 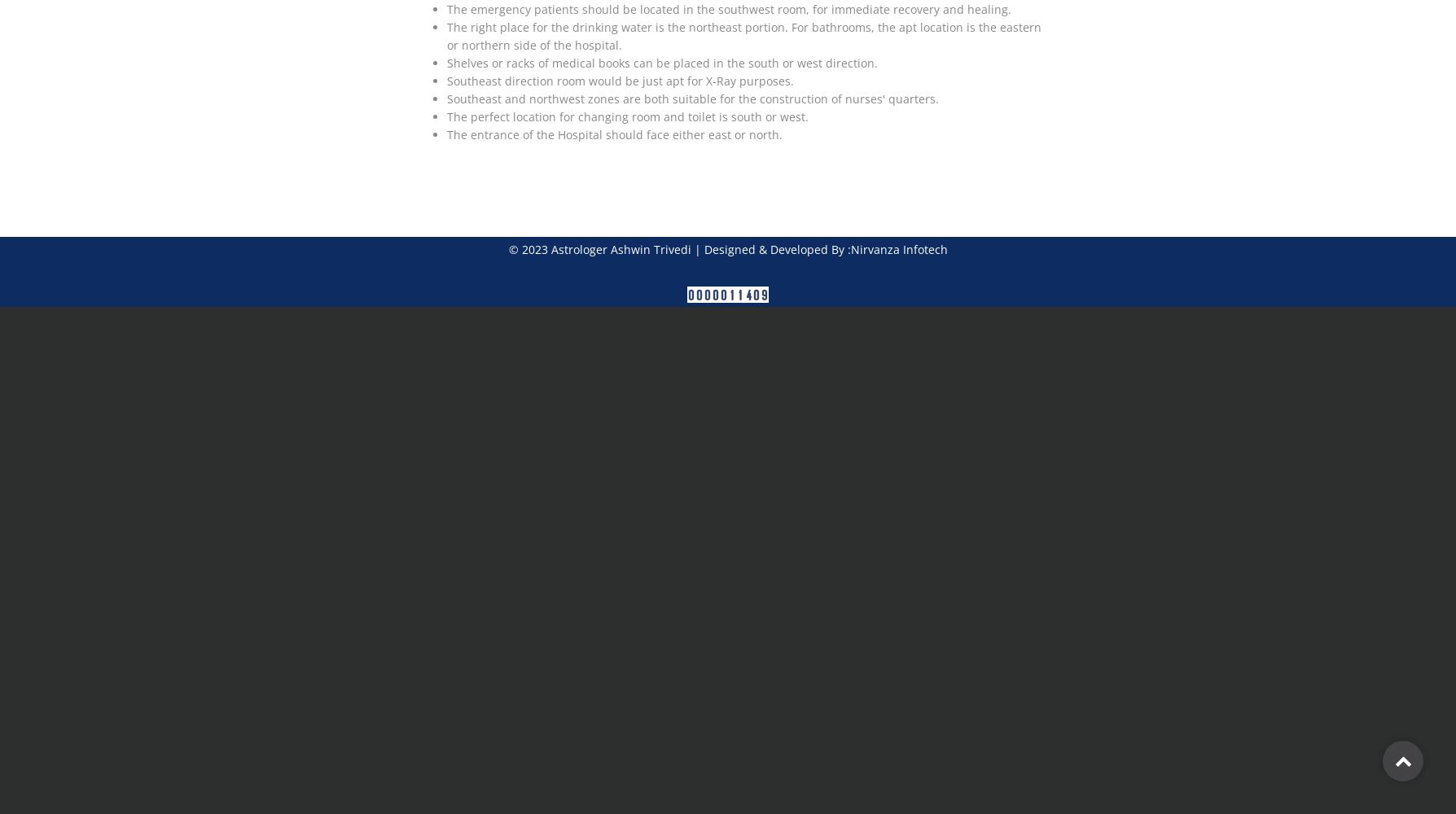 I want to click on 'Nirvanza Infotech', so click(x=898, y=249).